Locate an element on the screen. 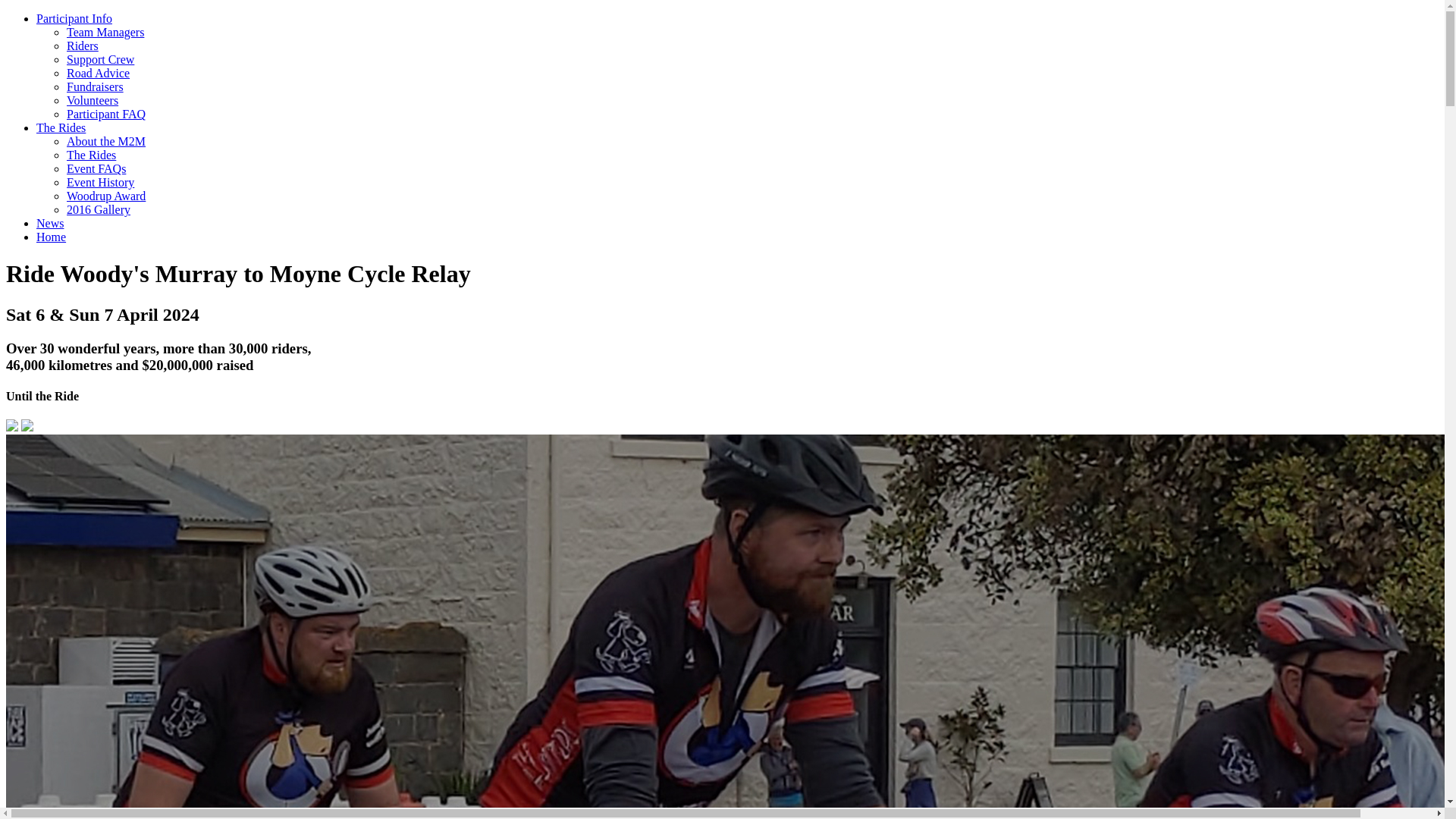  'Fundraisers' is located at coordinates (94, 86).